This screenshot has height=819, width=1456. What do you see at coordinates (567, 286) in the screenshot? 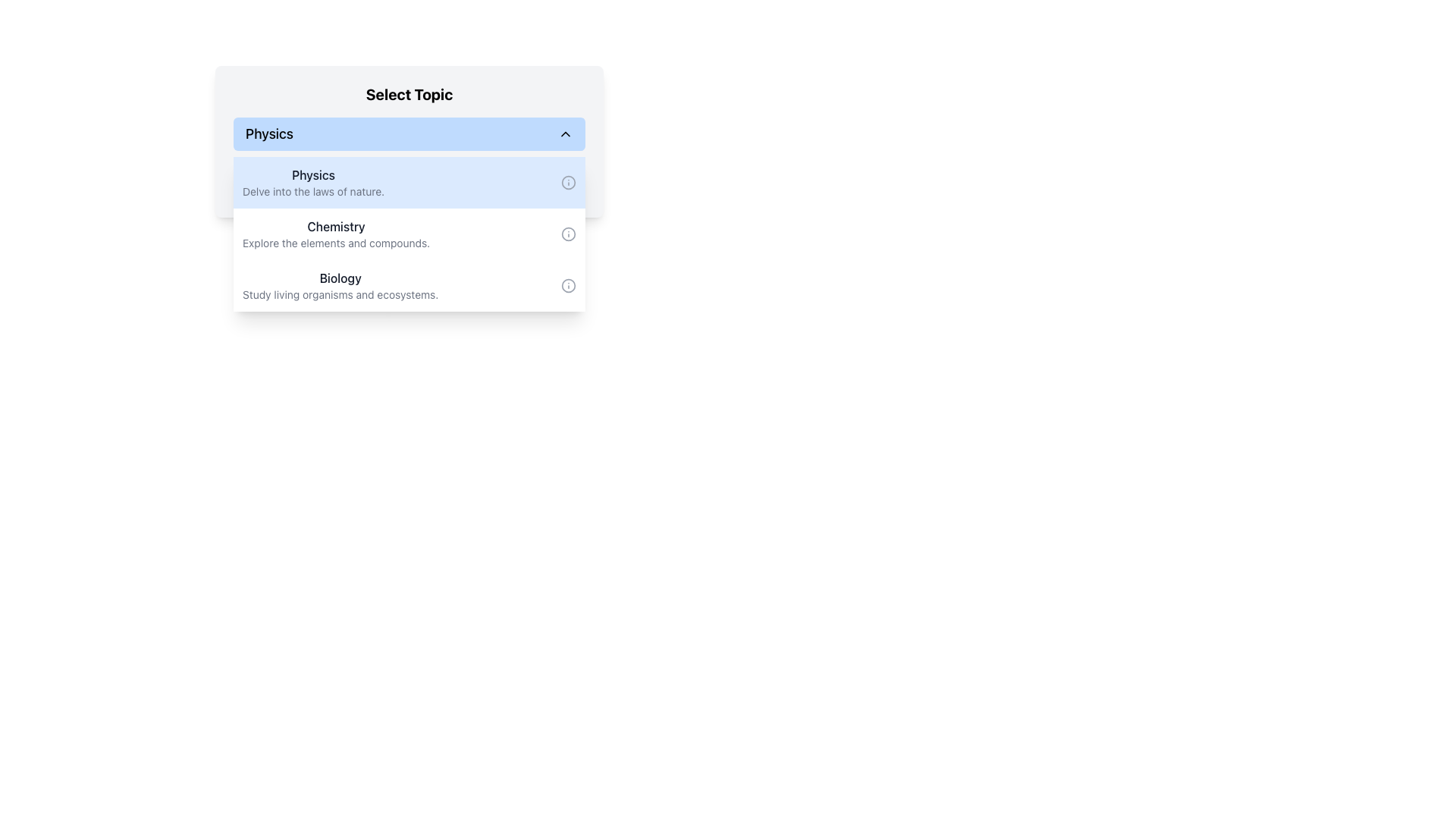
I see `the small circular info icon located to the far-right of the 'Biology' section` at bounding box center [567, 286].